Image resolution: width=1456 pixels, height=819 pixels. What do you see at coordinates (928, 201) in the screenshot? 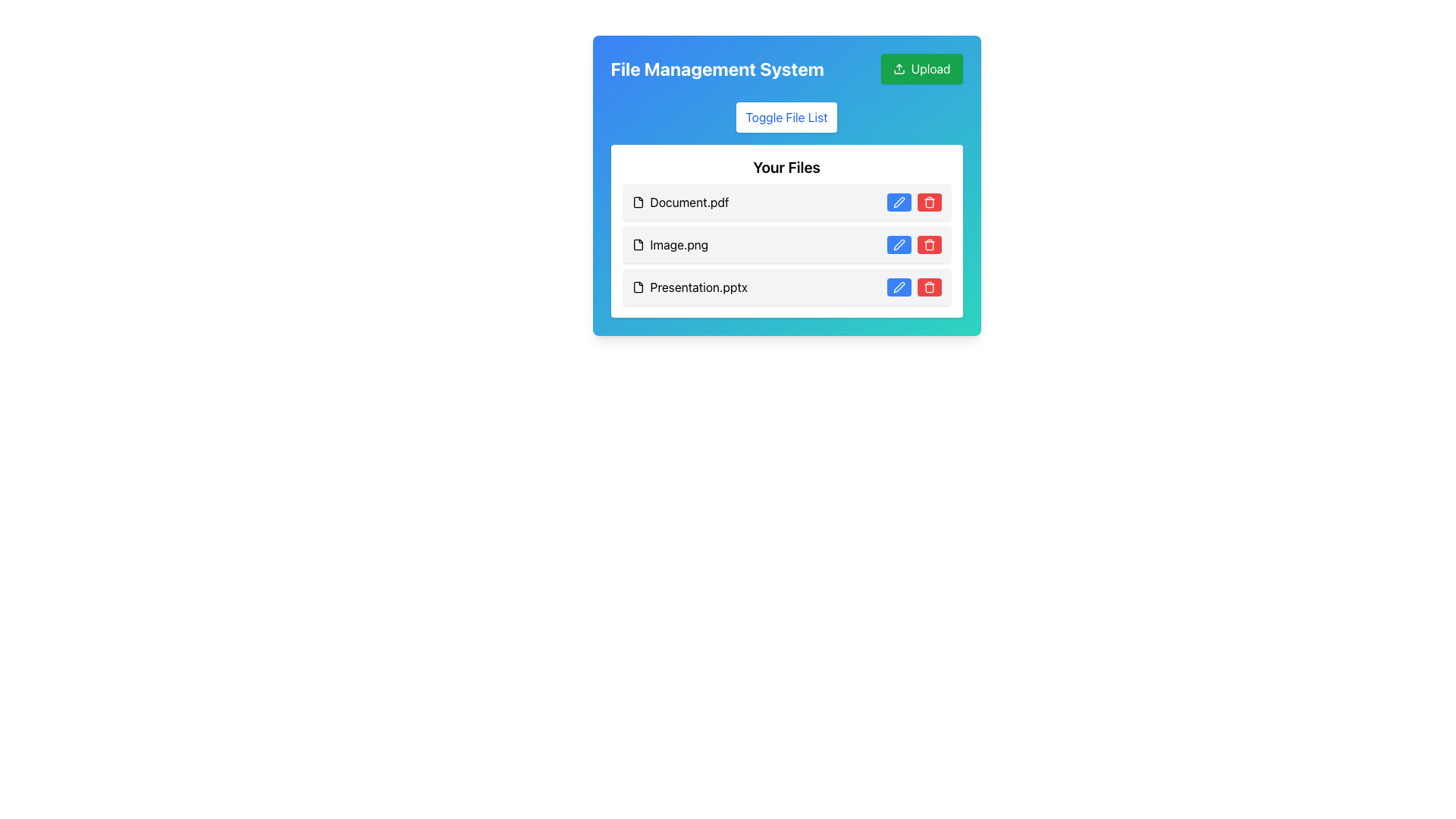
I see `the delete button with an icon located to the right of the 'Presentation.pptx' file entry in the 'Your Files' section` at bounding box center [928, 201].